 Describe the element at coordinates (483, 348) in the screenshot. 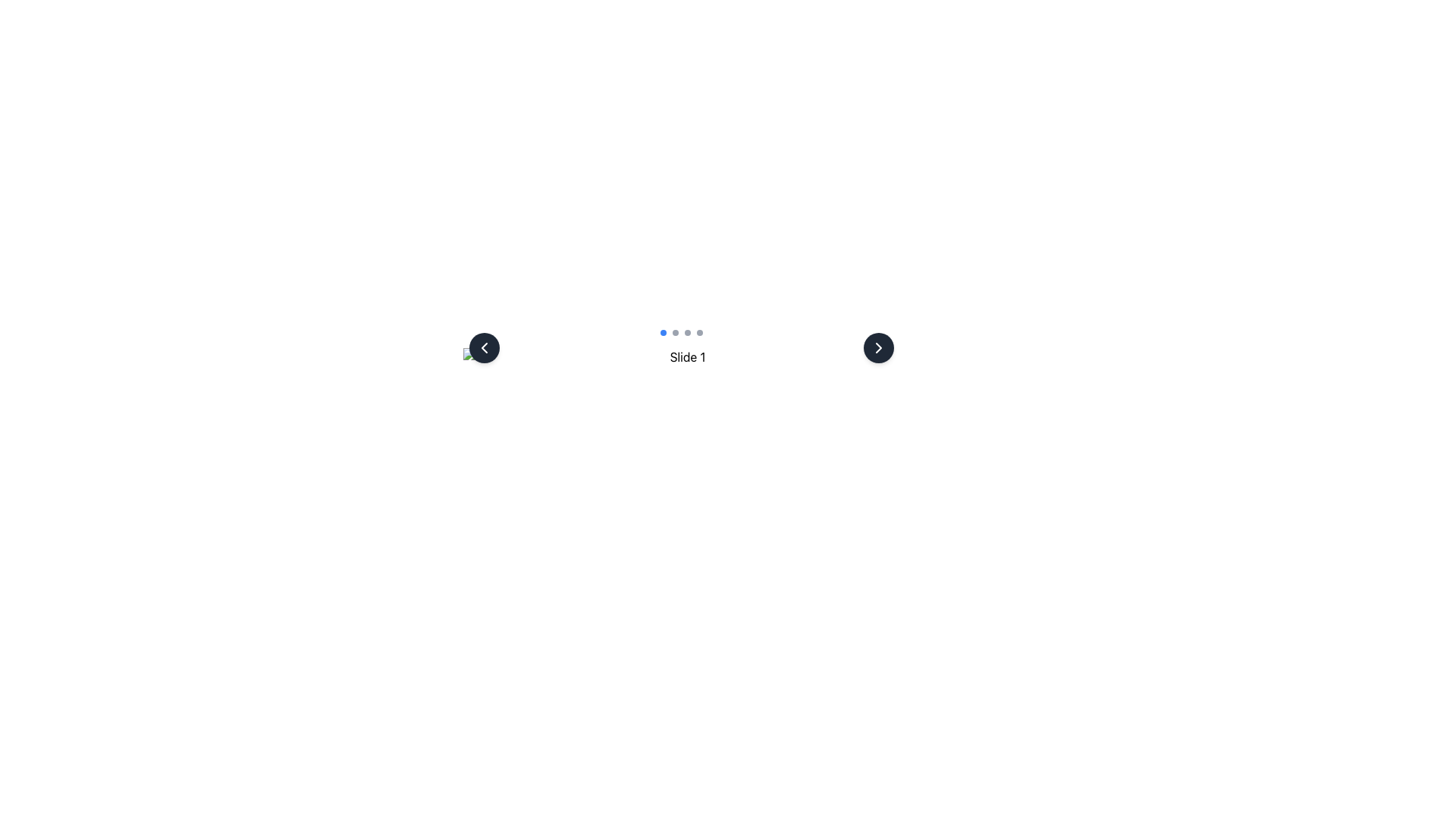

I see `the chevron arrow icon located in the leftmost circular button of the carousel` at that location.